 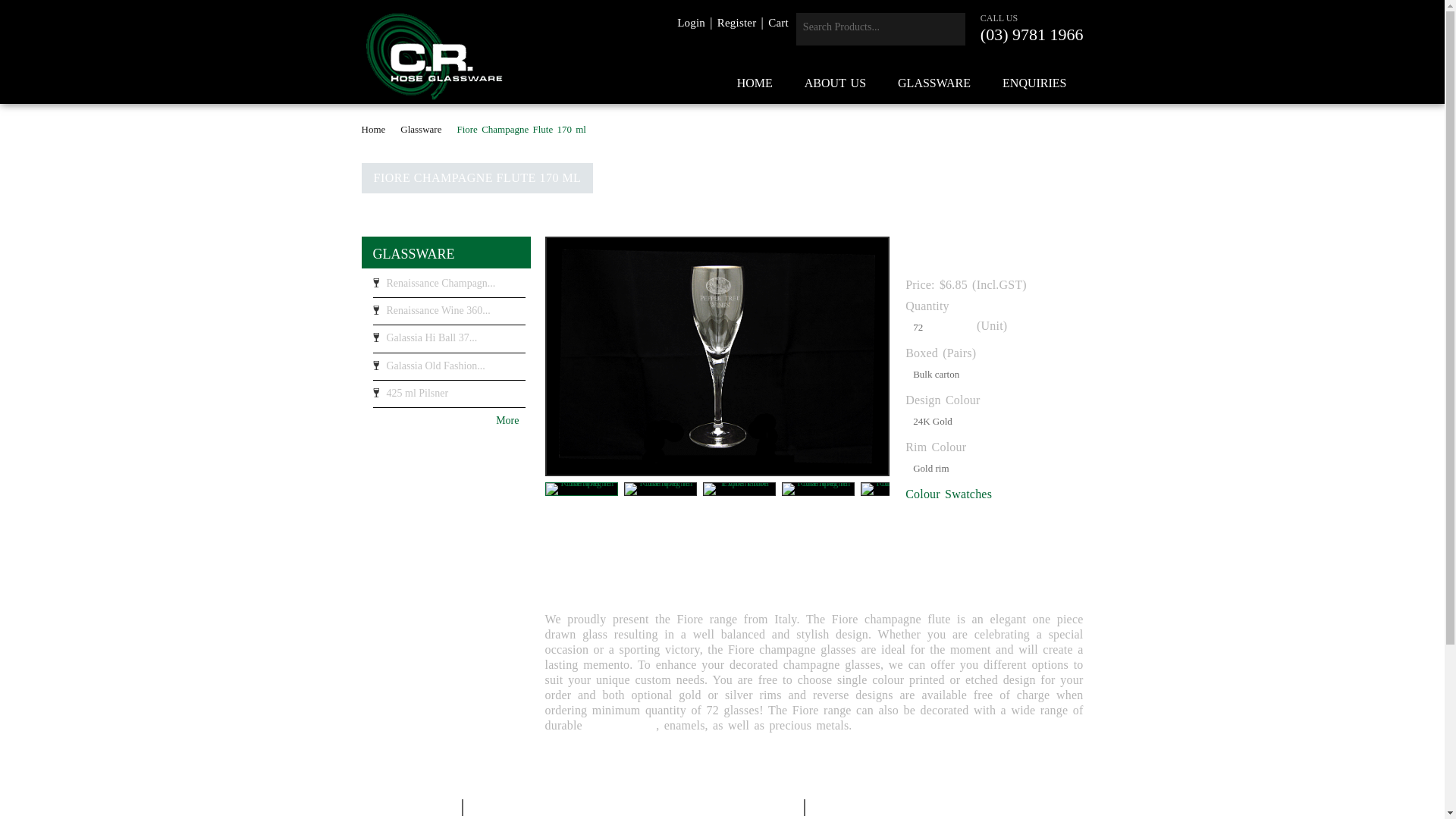 I want to click on 'HOME', so click(x=755, y=83).